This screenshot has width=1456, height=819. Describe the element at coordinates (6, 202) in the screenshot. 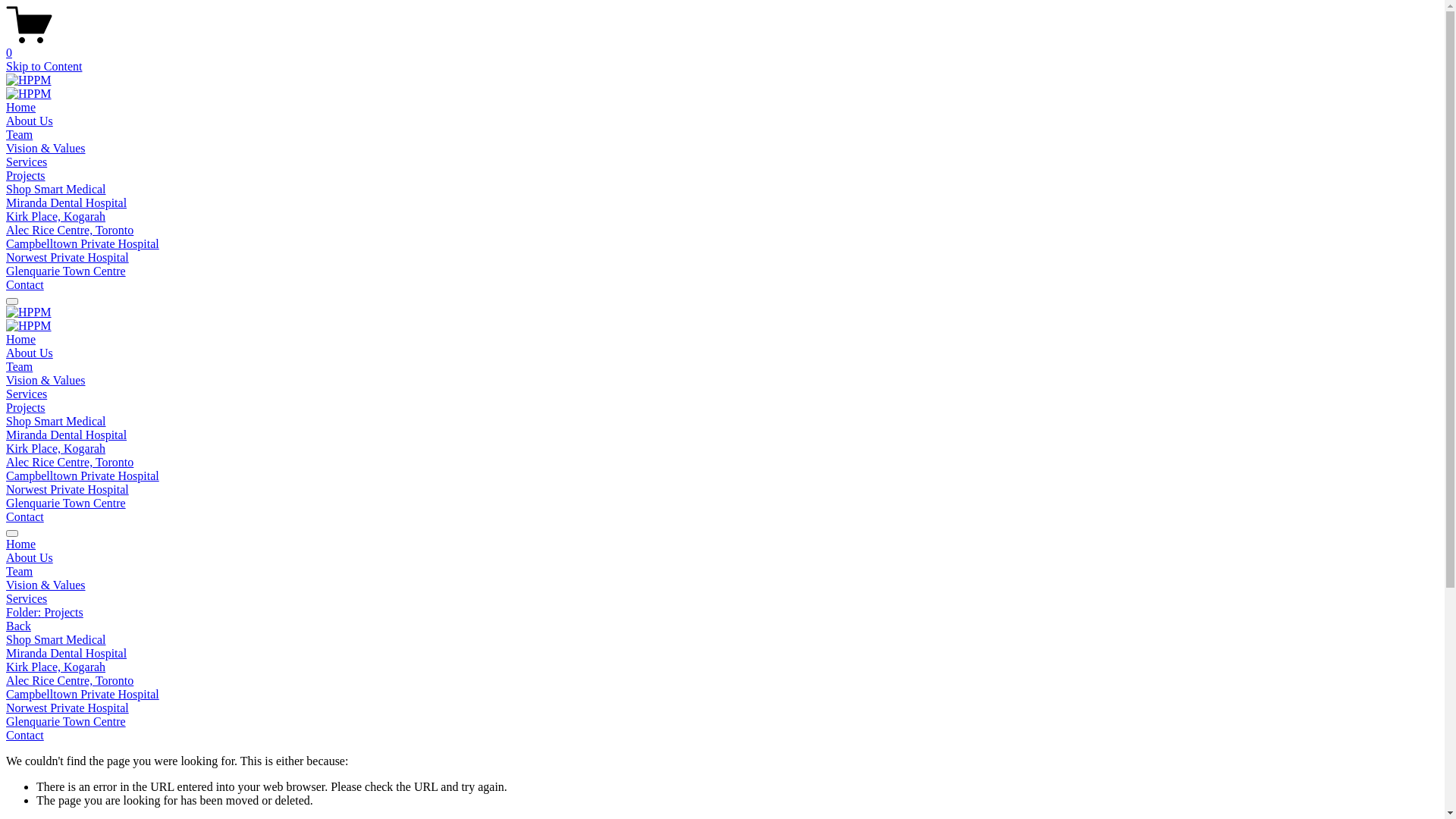

I see `'Miranda Dental Hospital'` at that location.